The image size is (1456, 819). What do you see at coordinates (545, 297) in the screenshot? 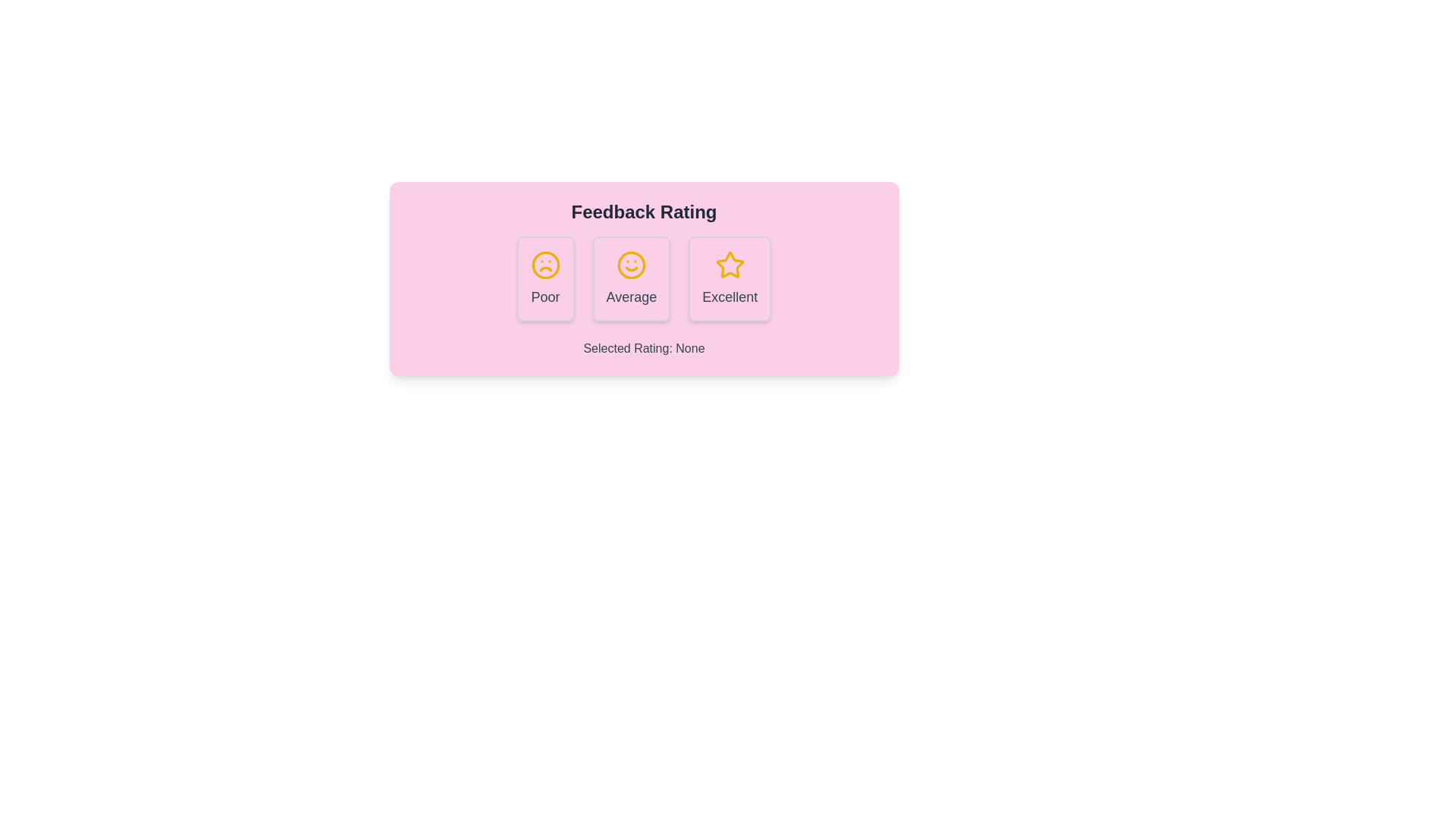
I see `text label that displays the word 'Poor' in bold gray font, located below the yellow frowning face icon in the first rating option` at bounding box center [545, 297].